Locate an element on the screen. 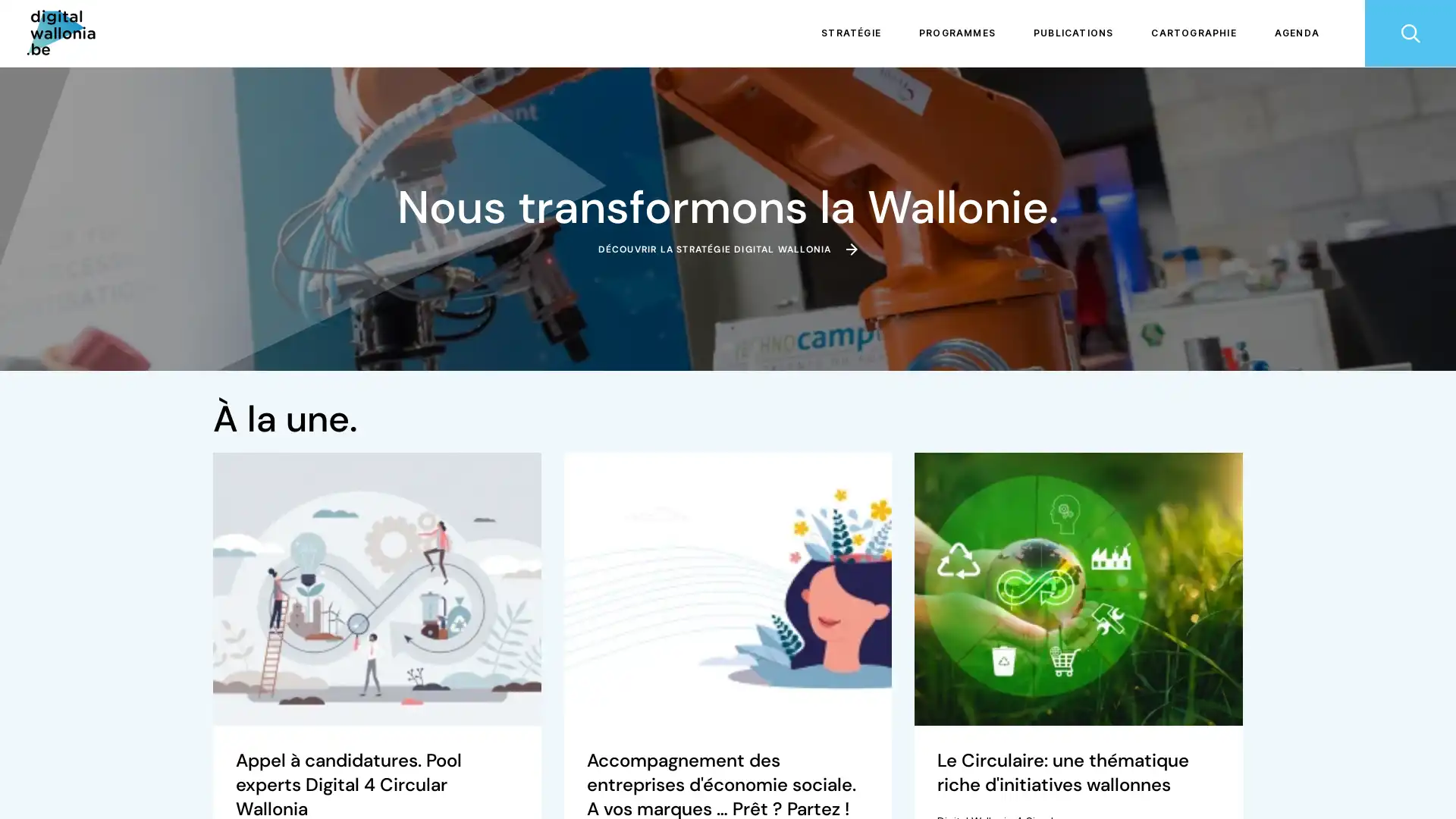  Manage your preferences about cookies is located at coordinates (32, 792).